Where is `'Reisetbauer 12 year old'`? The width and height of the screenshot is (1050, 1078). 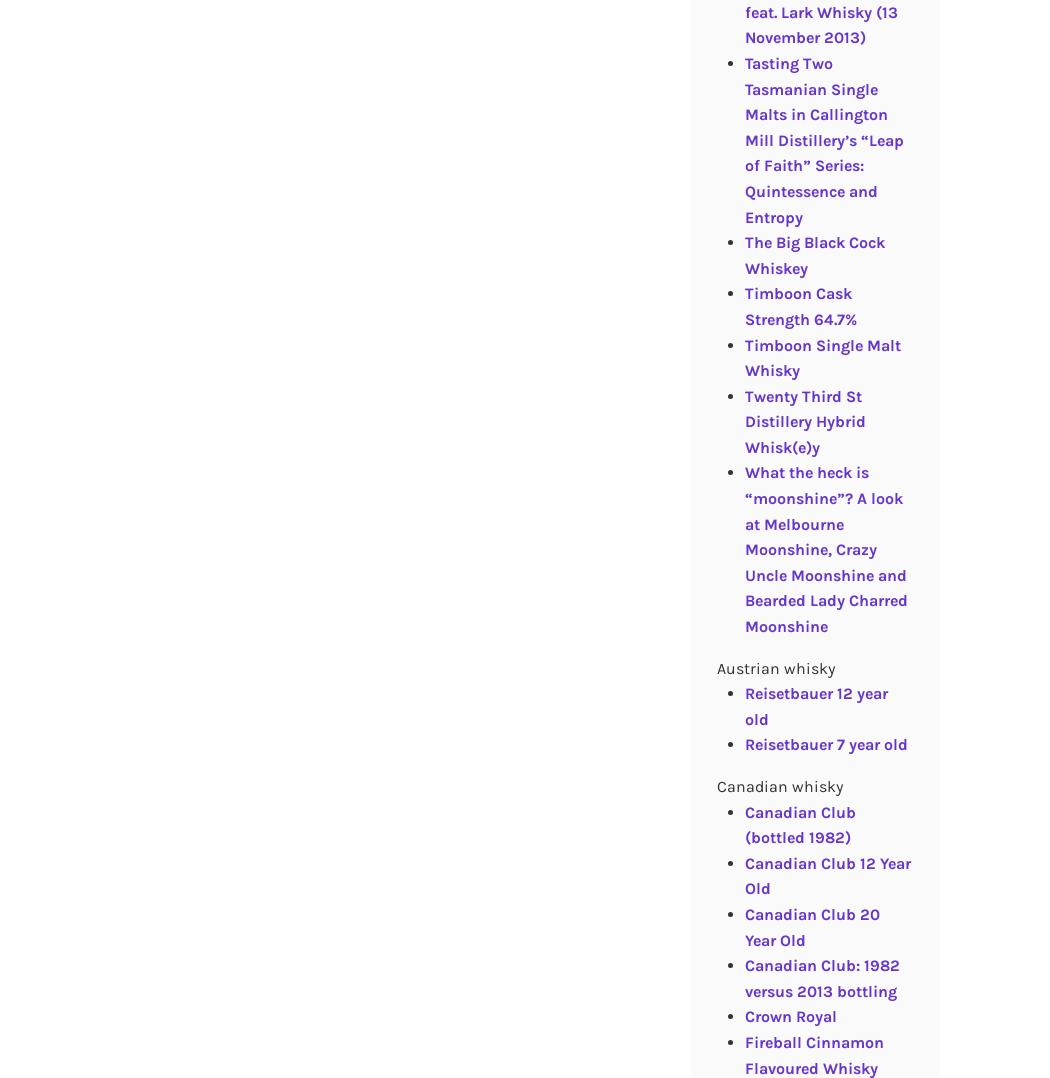
'Reisetbauer 12 year old' is located at coordinates (814, 704).